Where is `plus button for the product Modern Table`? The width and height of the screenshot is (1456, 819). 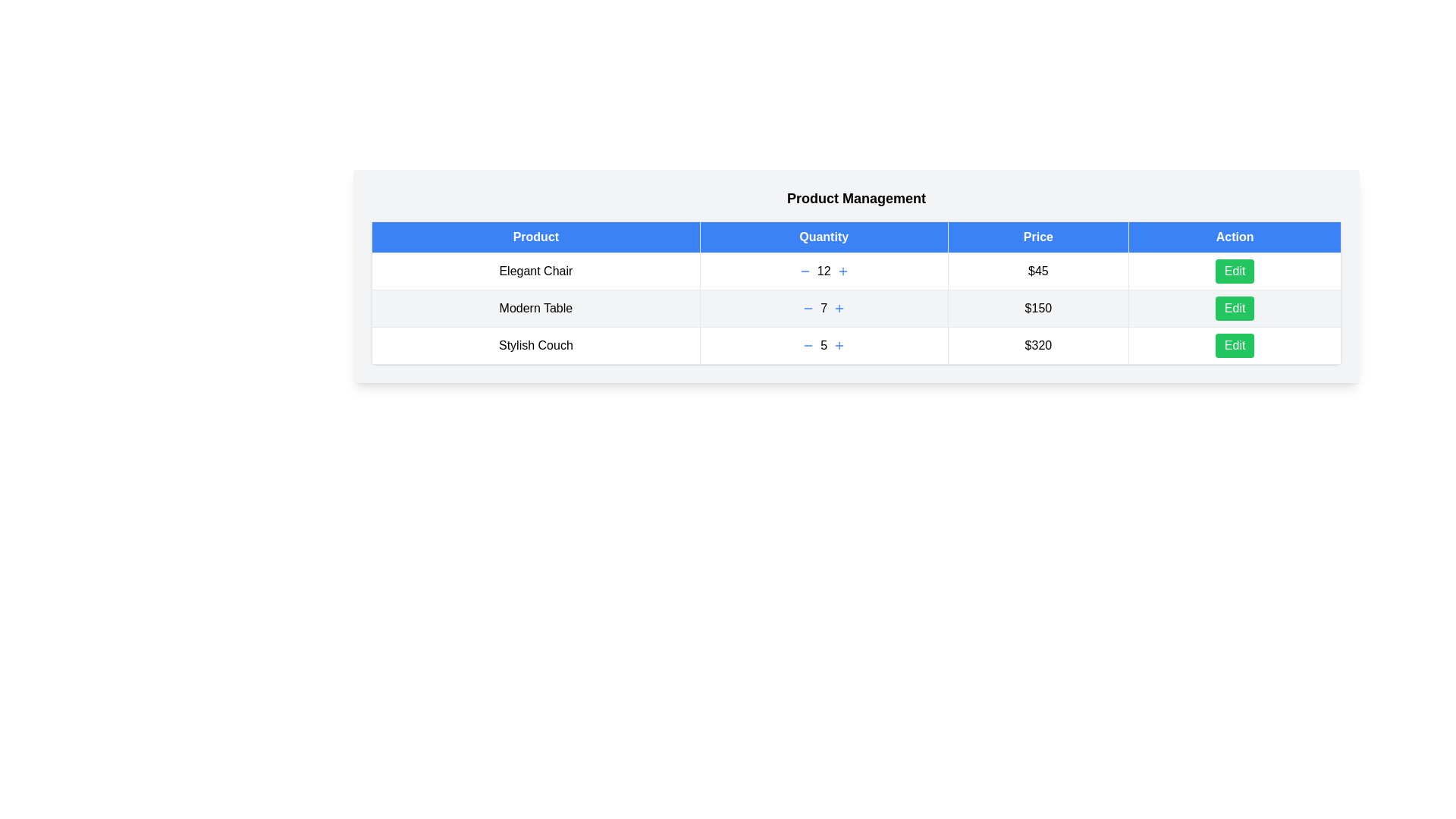
plus button for the product Modern Table is located at coordinates (839, 308).